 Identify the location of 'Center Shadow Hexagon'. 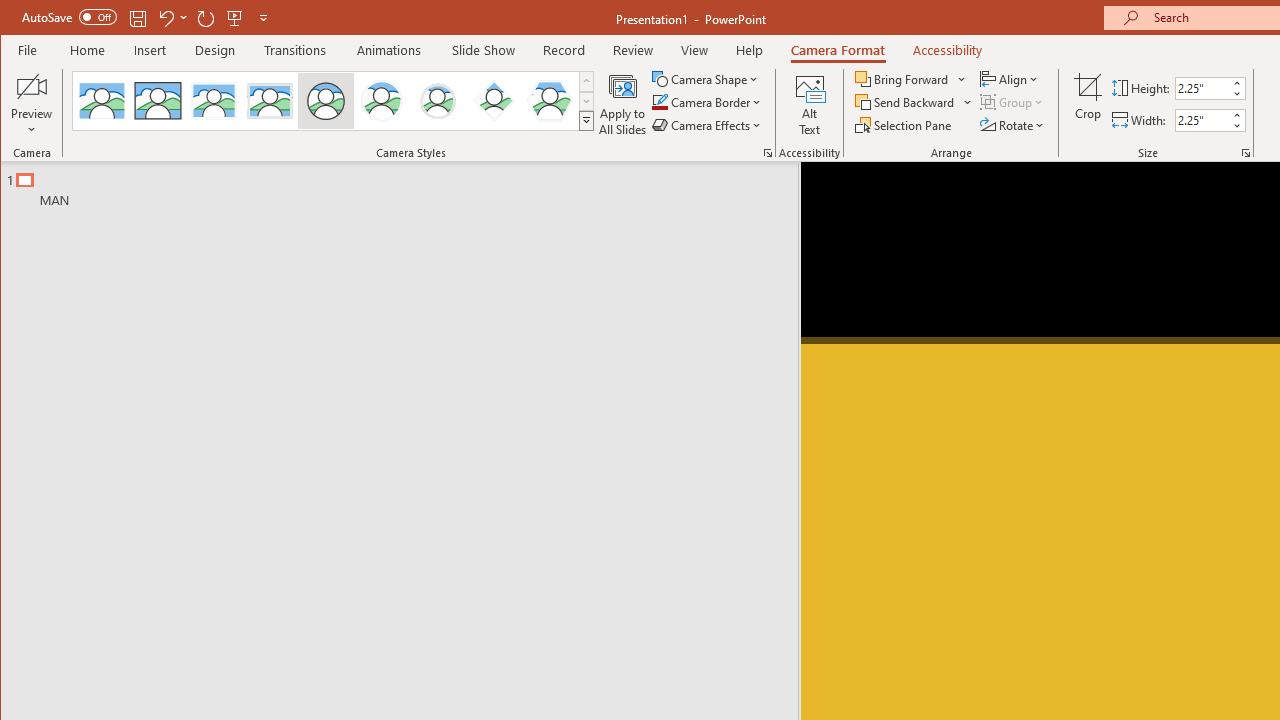
(550, 100).